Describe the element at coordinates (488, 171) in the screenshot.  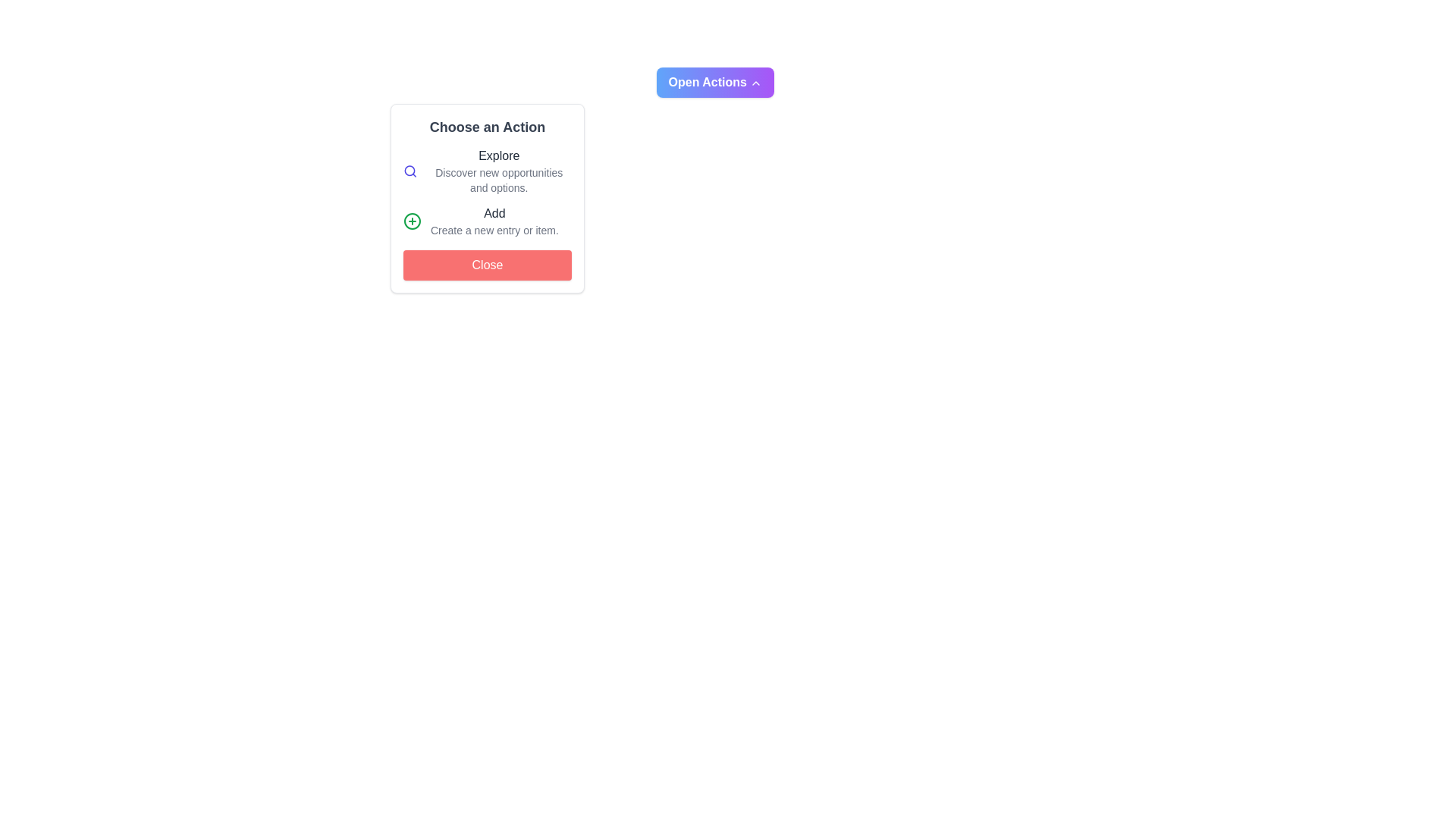
I see `the informational text element located in the 'Choose an Action' modal, which is positioned above the 'Add' option, to explore new opportunities and options` at that location.